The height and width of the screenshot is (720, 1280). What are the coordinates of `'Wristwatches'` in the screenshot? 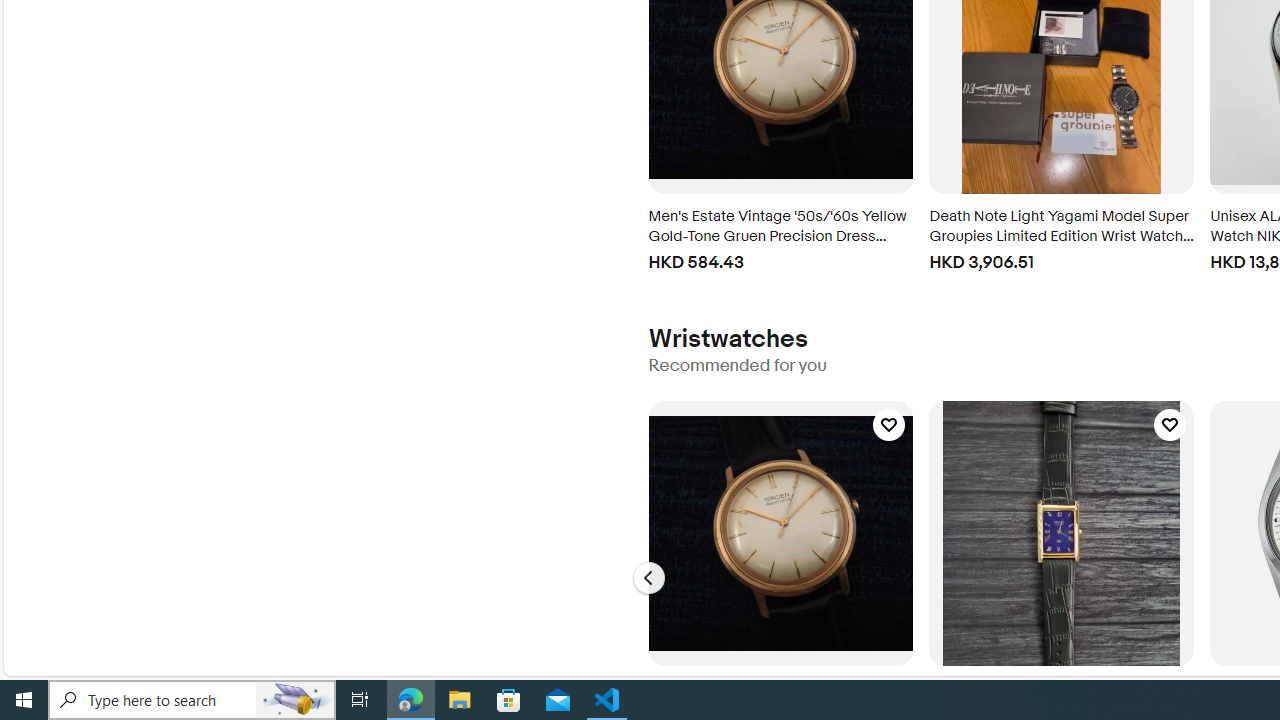 It's located at (726, 338).